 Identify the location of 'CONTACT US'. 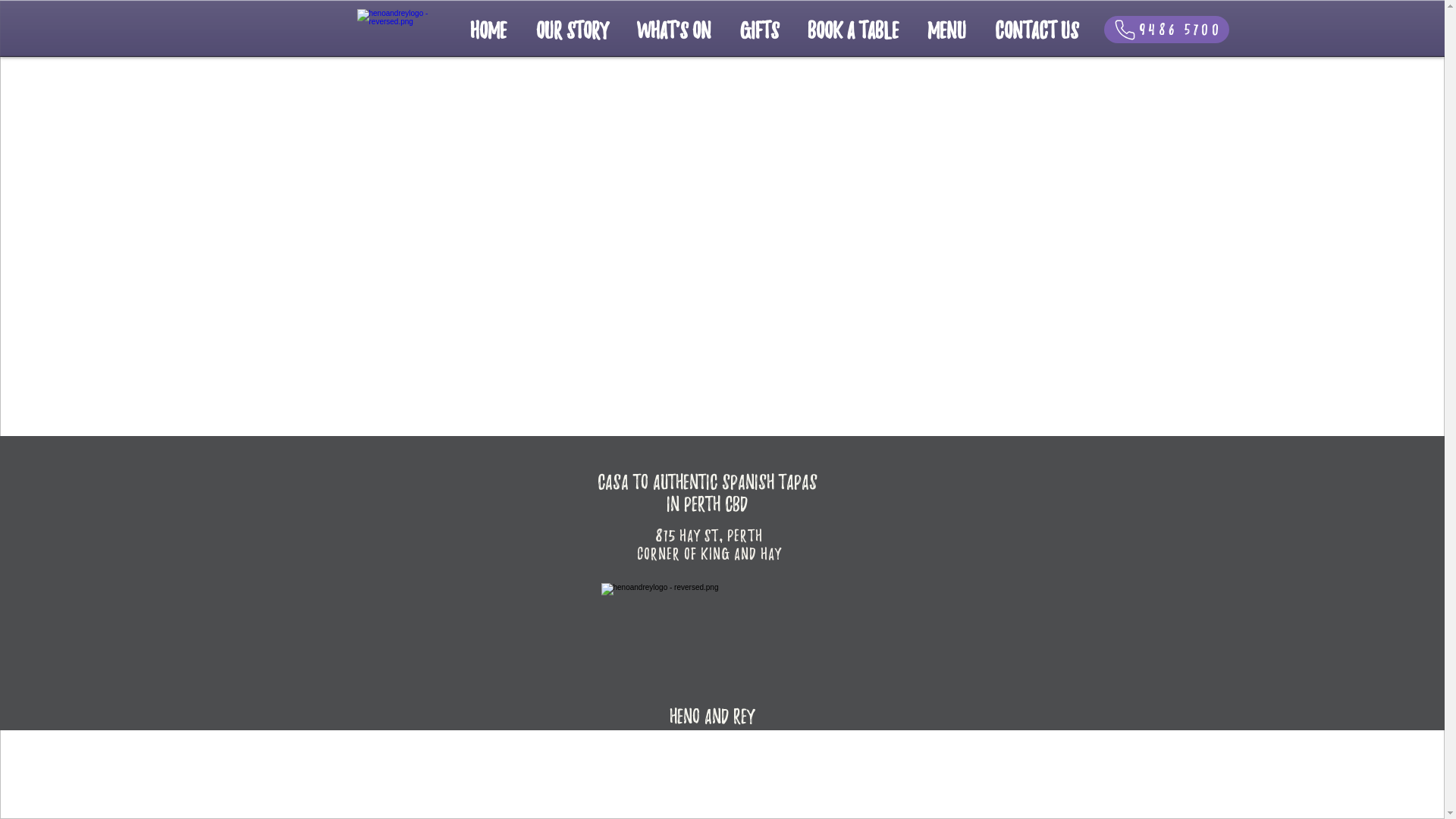
(1035, 29).